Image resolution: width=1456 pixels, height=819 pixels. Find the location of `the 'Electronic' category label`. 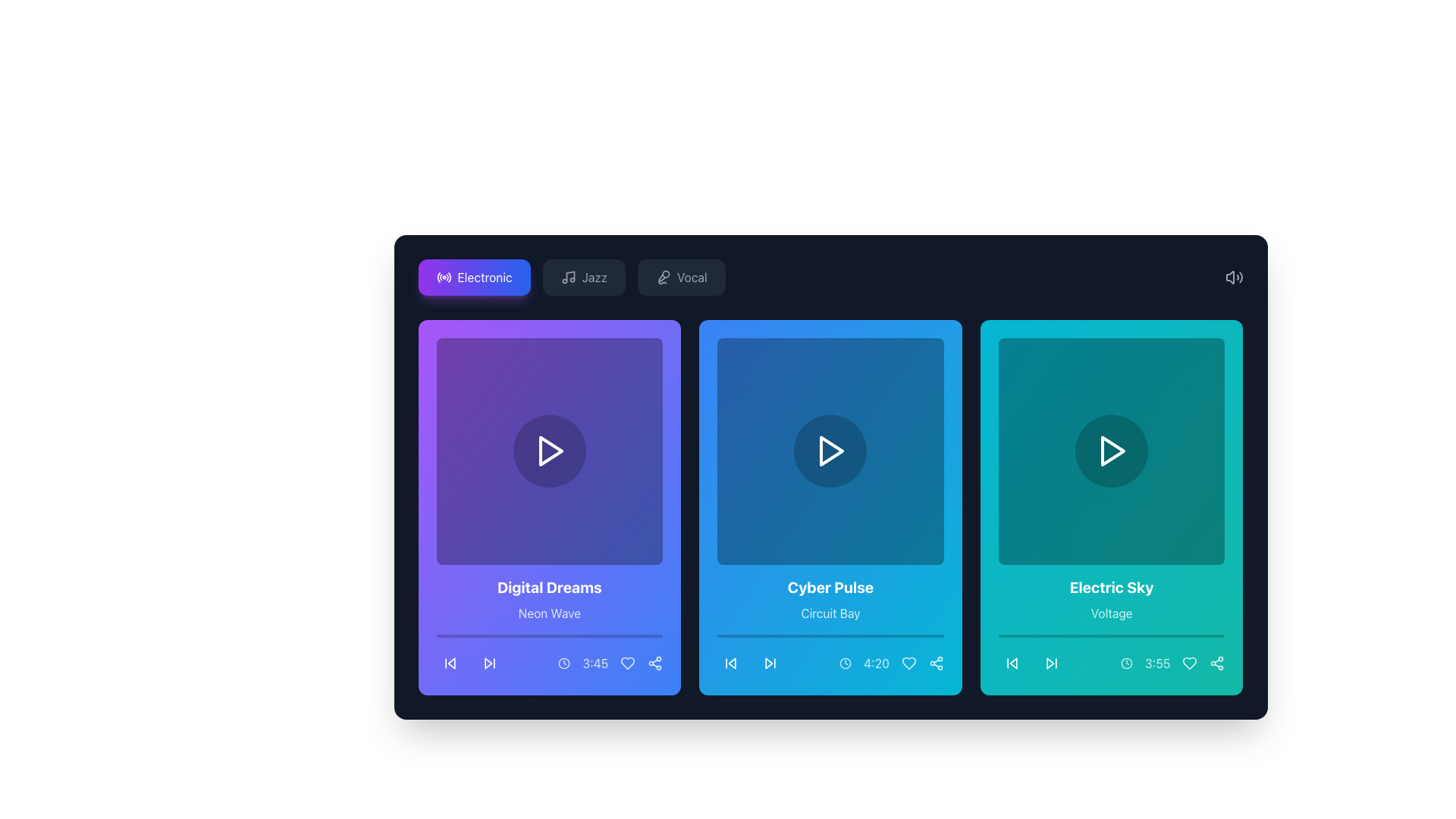

the 'Electronic' category label is located at coordinates (484, 278).